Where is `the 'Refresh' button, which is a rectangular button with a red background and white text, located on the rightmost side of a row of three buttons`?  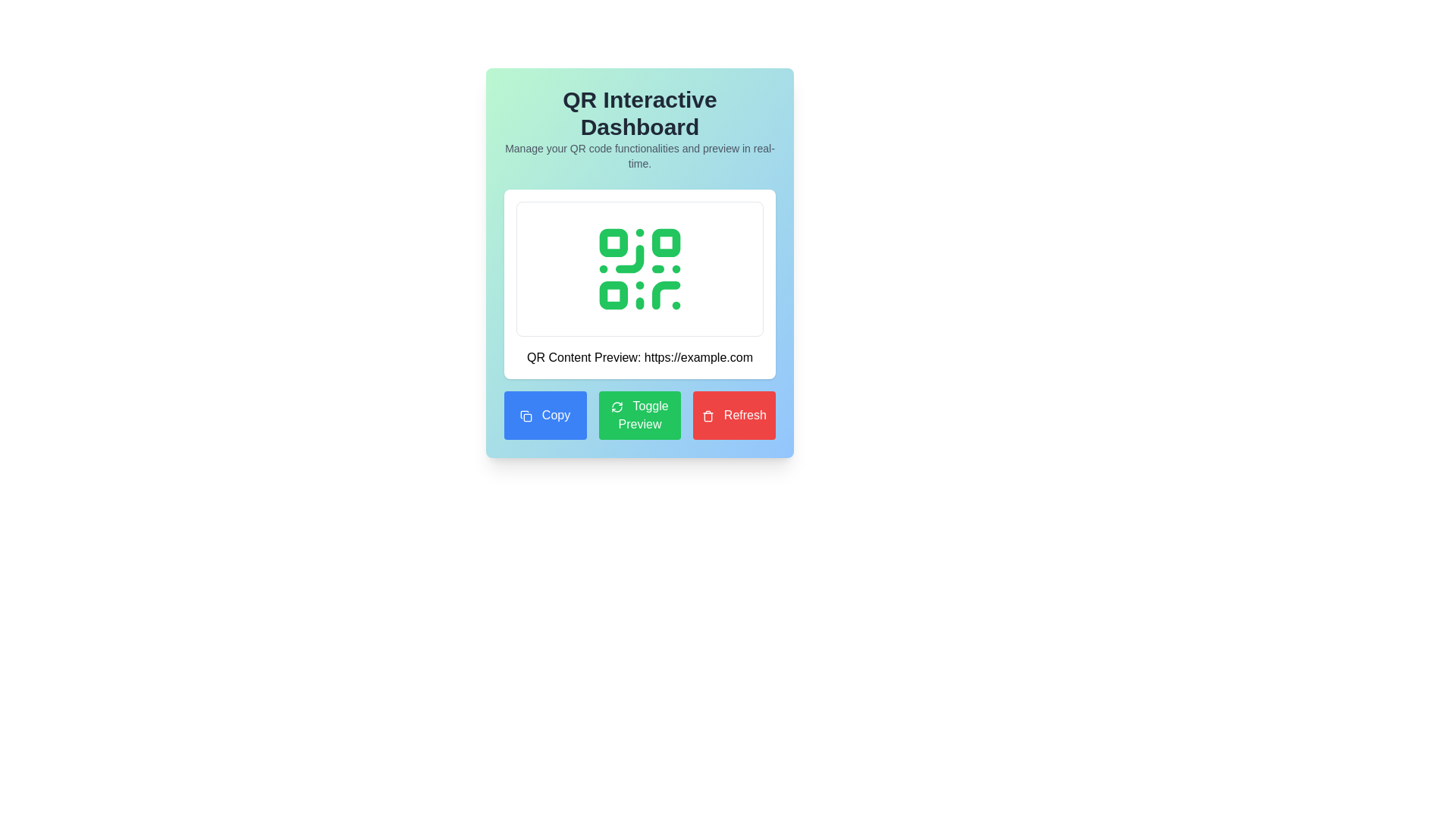
the 'Refresh' button, which is a rectangular button with a red background and white text, located on the rightmost side of a row of three buttons is located at coordinates (734, 415).